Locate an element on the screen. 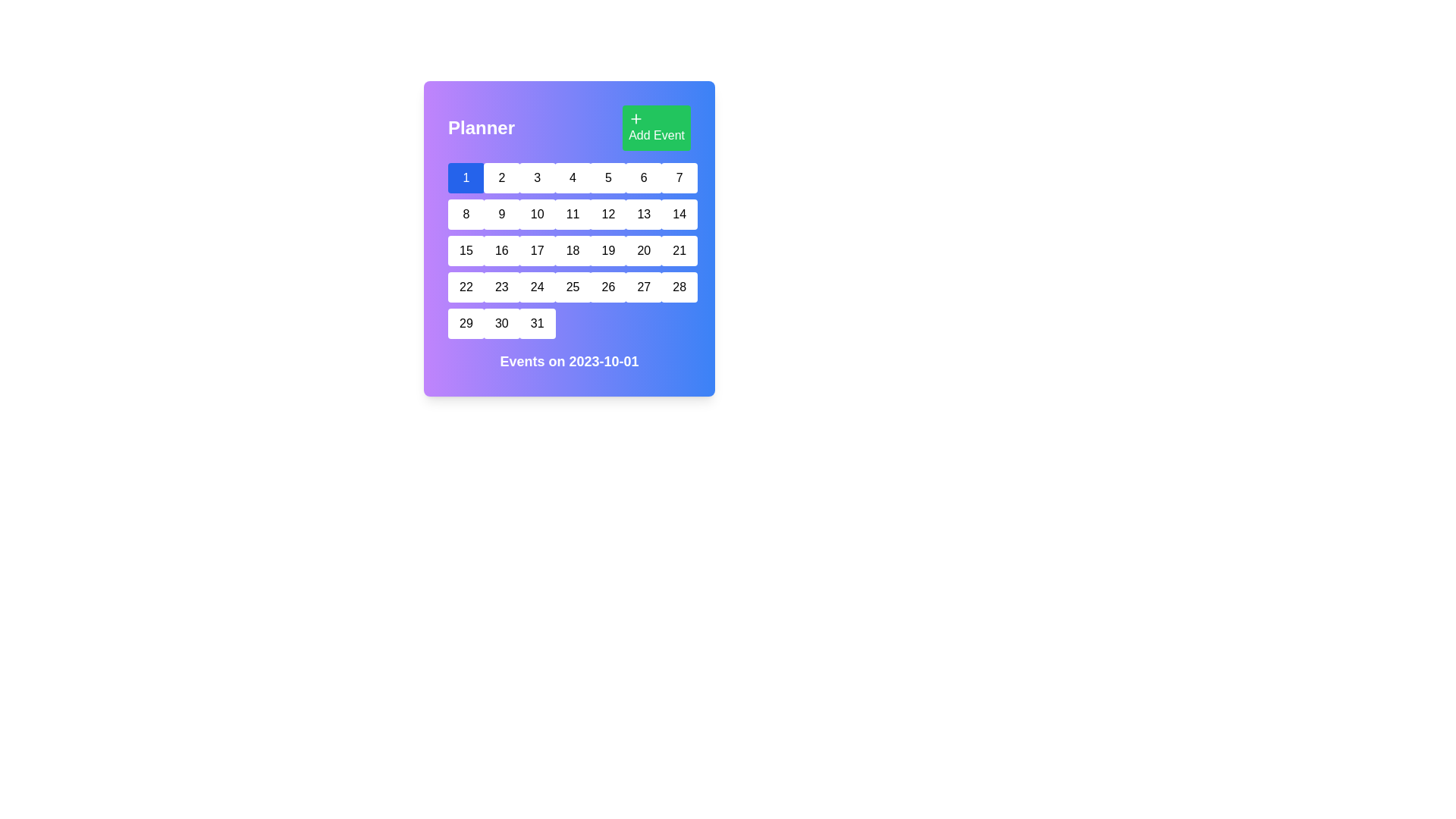  the button representing the 24th day in the calendar view is located at coordinates (537, 287).